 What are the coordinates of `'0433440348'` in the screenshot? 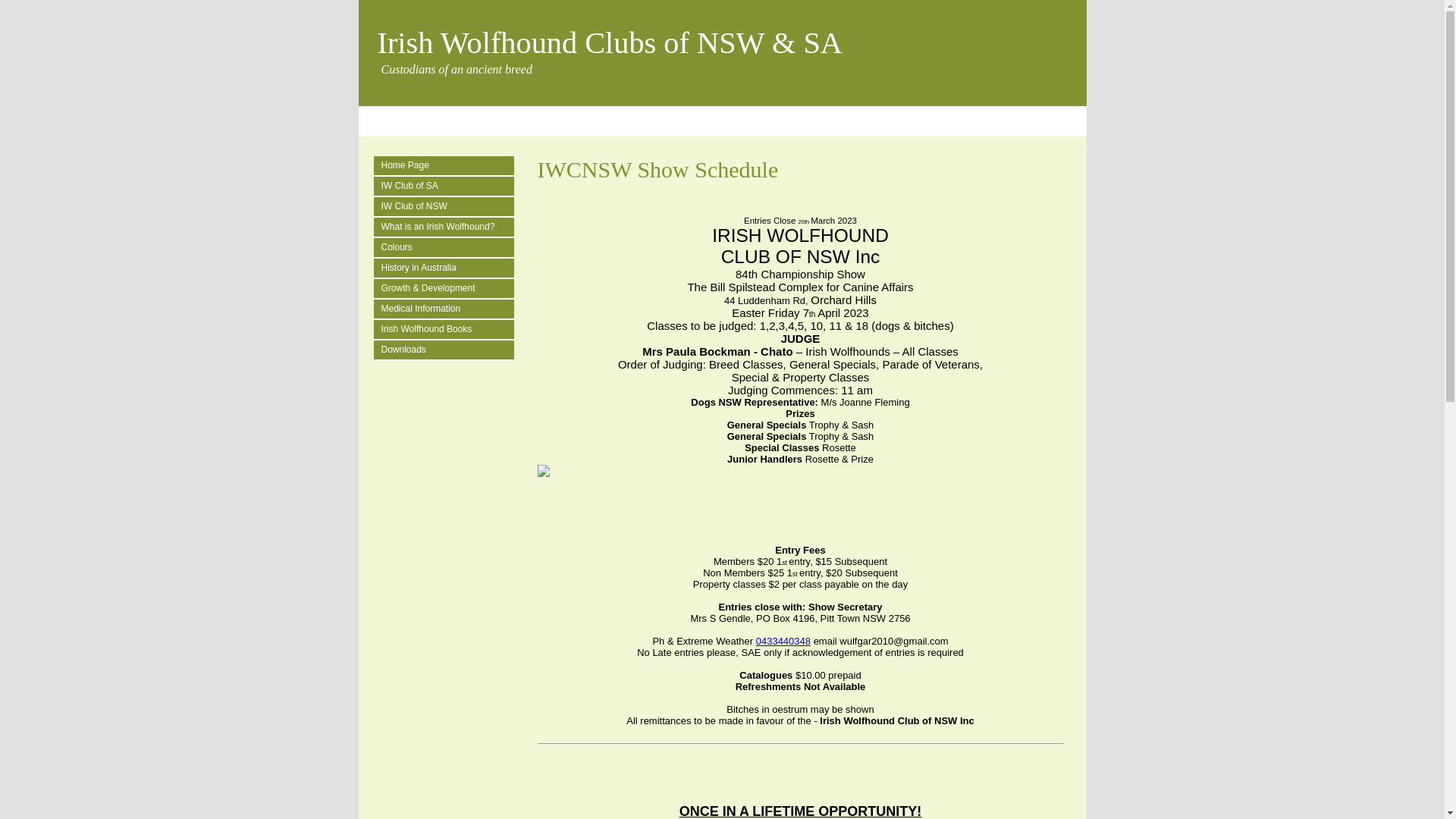 It's located at (783, 641).